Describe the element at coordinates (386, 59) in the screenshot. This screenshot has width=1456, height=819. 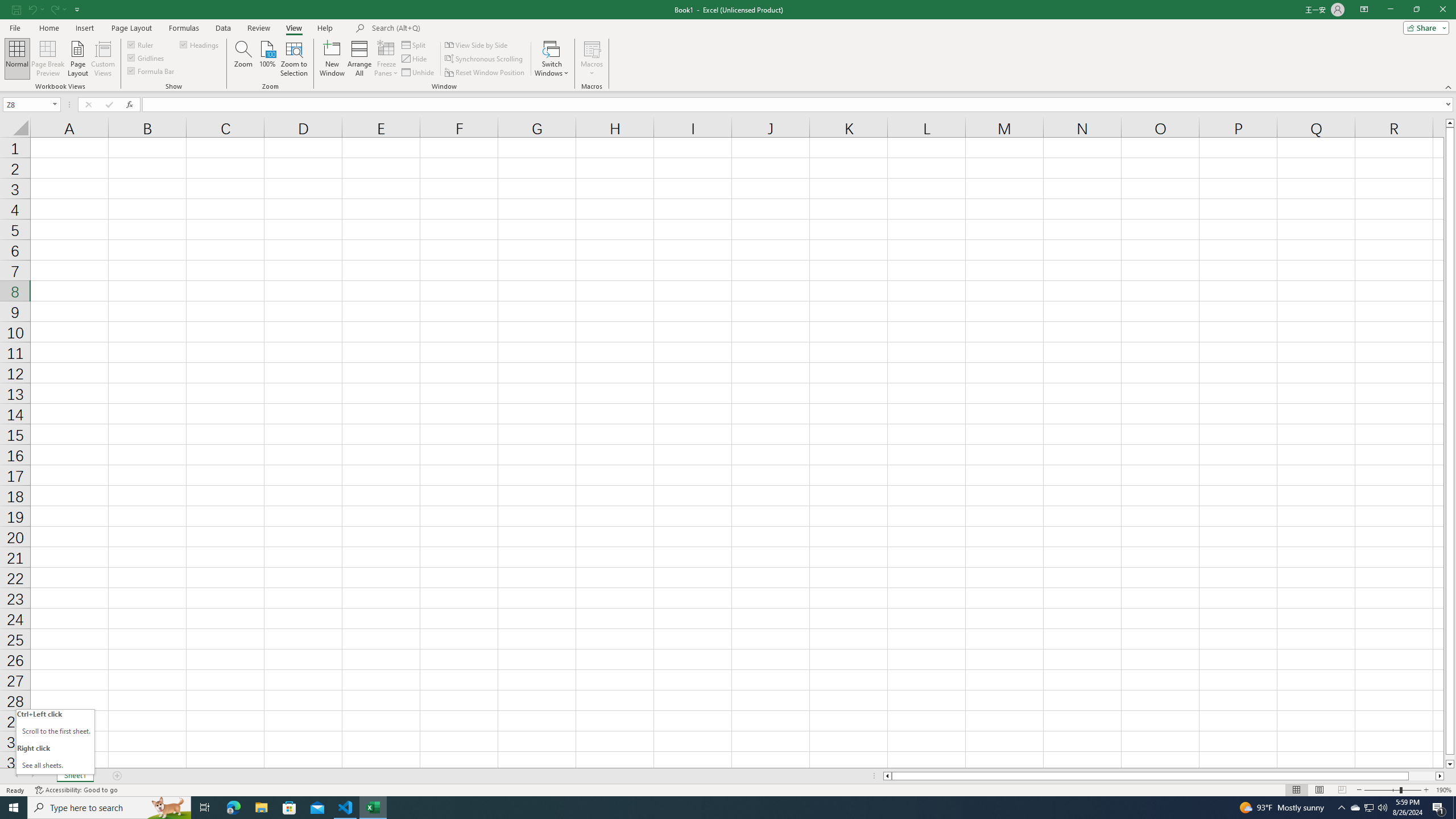
I see `'Freeze Panes'` at that location.